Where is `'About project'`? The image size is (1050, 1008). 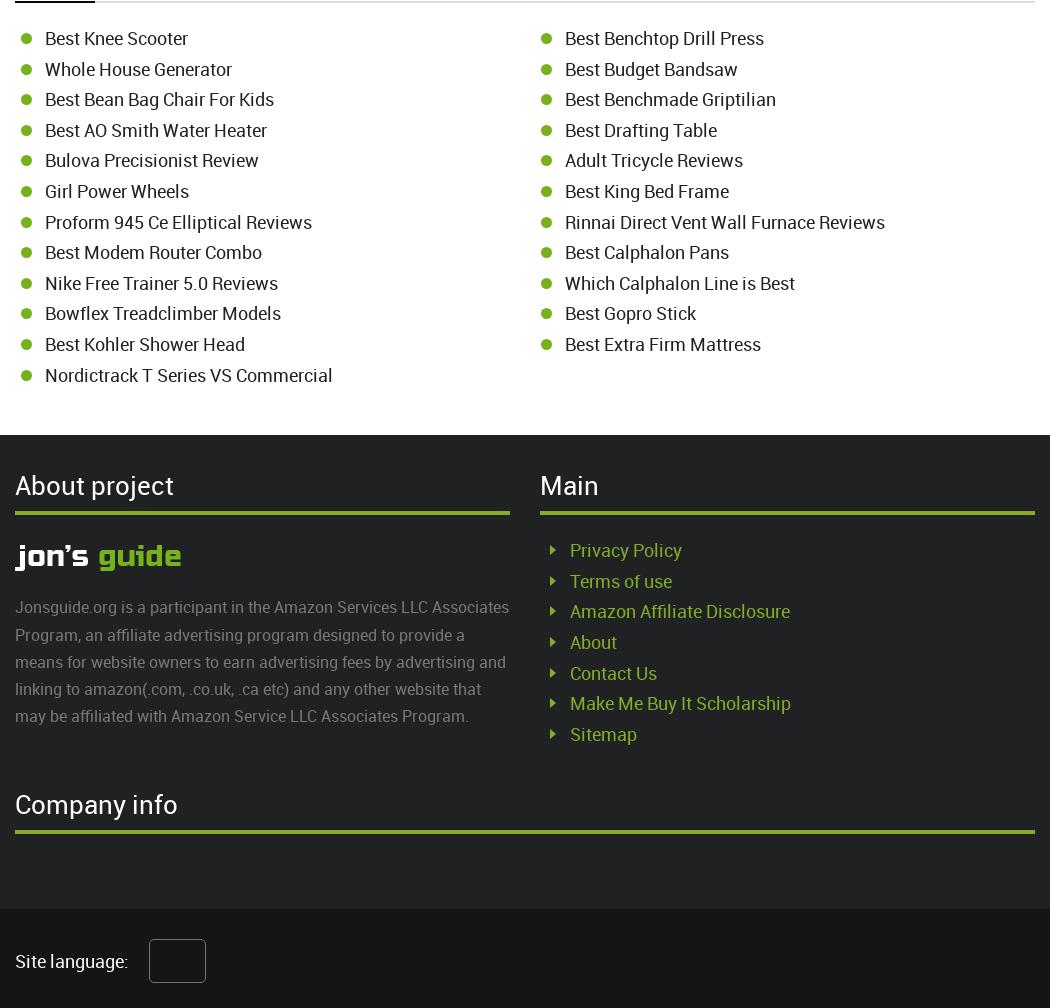 'About project' is located at coordinates (94, 485).